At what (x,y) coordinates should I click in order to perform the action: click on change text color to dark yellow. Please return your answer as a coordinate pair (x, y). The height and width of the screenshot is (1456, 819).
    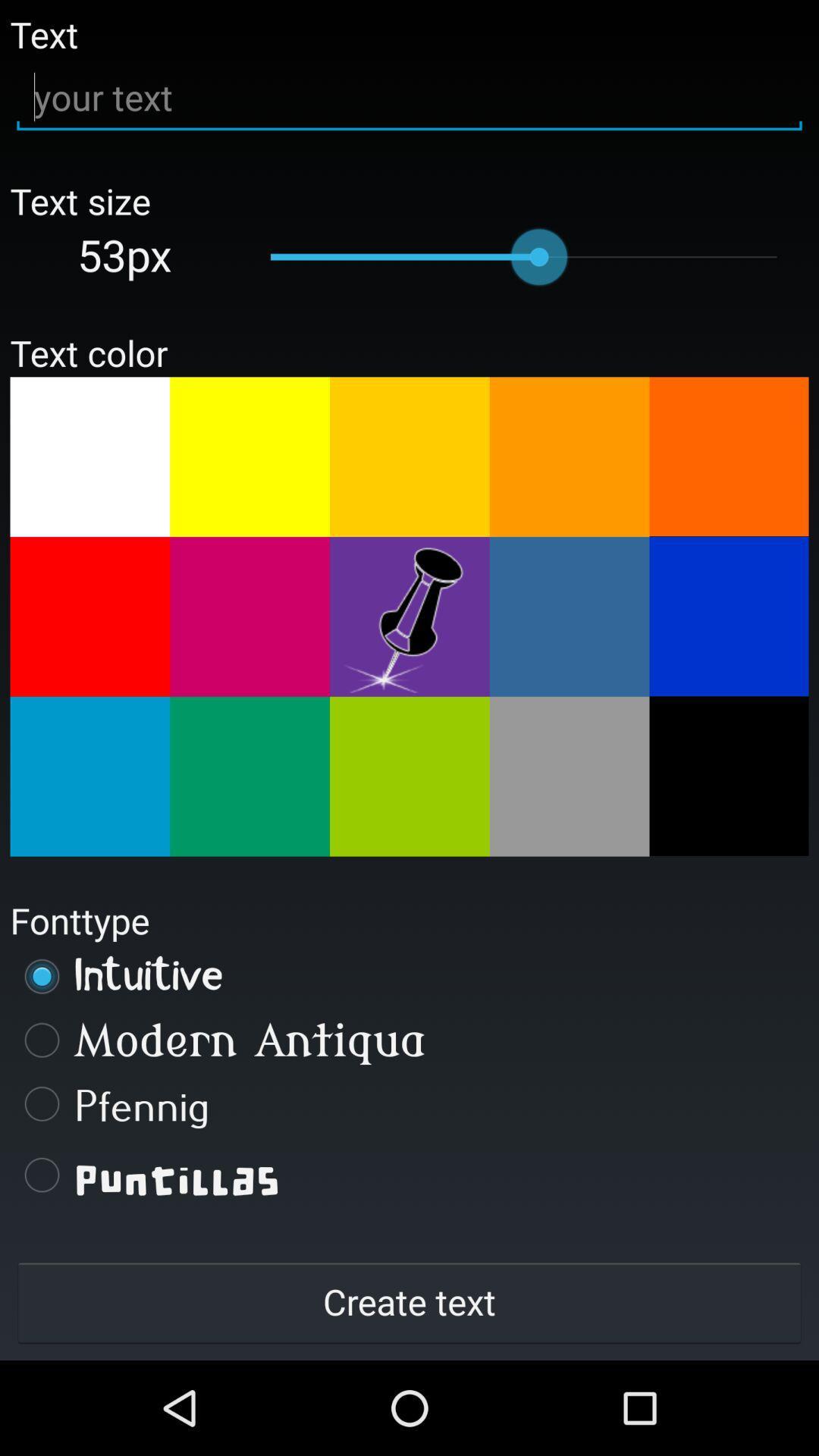
    Looking at the image, I should click on (409, 456).